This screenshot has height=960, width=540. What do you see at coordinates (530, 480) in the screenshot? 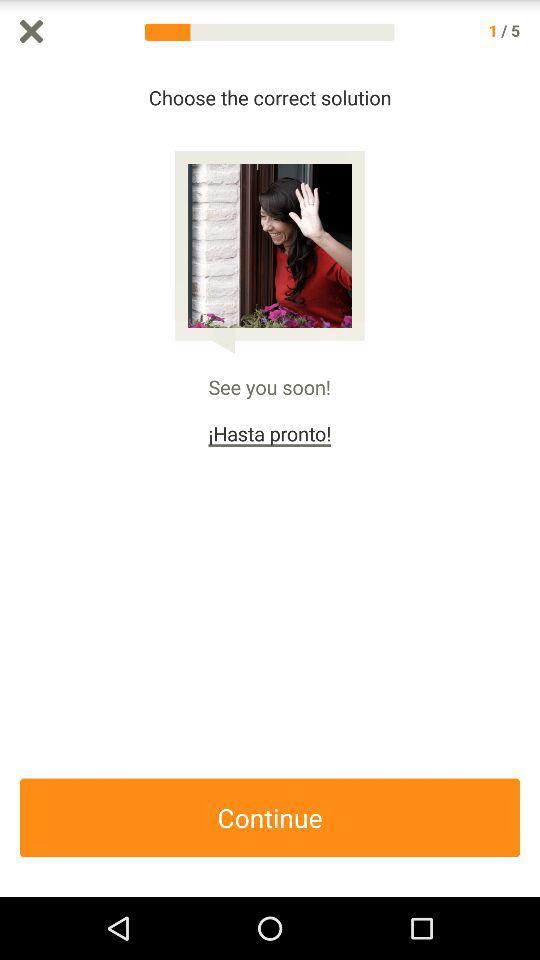
I see `down` at bounding box center [530, 480].